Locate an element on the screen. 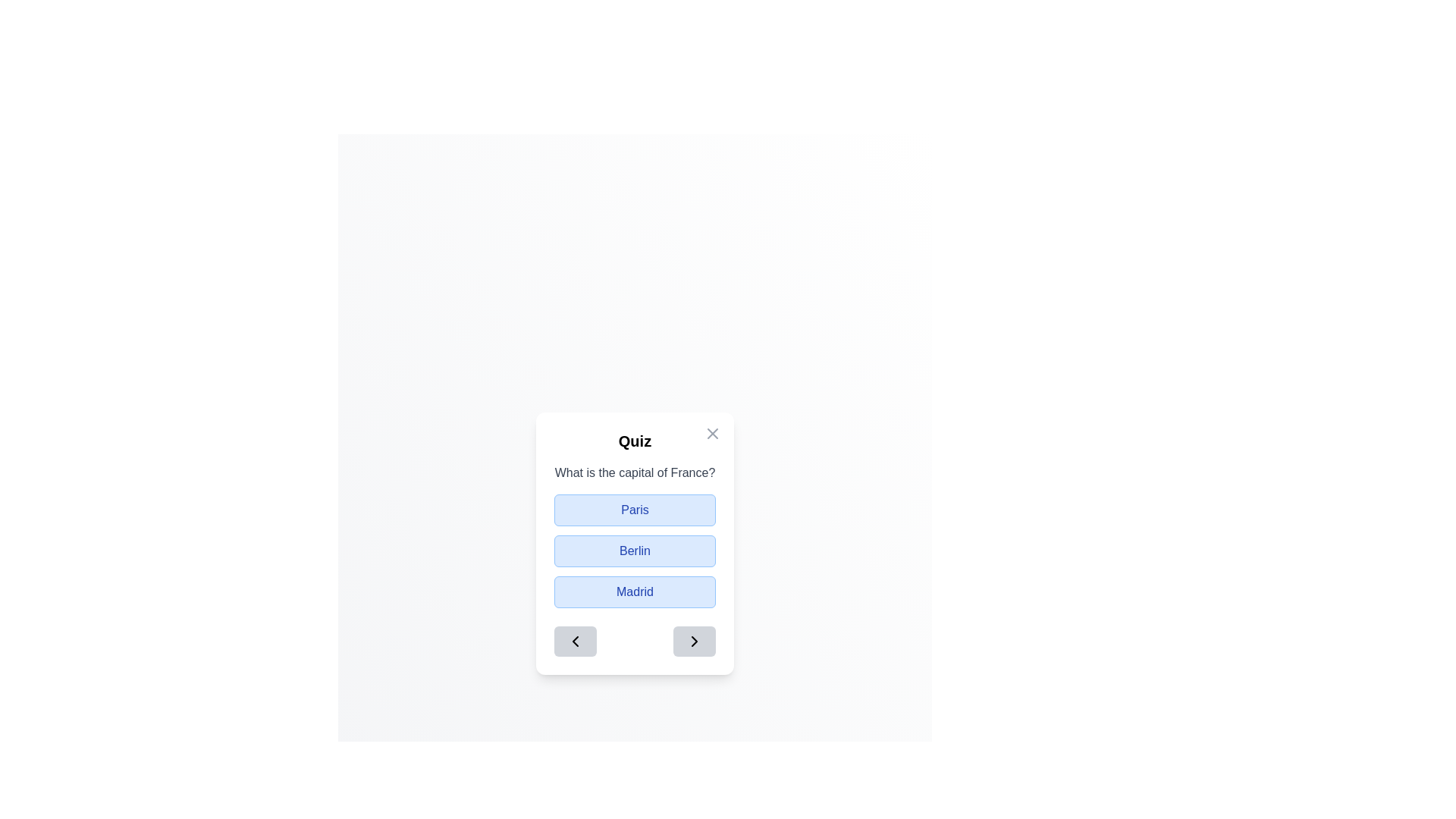 Image resolution: width=1456 pixels, height=819 pixels. the 'Madrid' button located at the bottom of the vertical list of three buttons in the quiz dialog is located at coordinates (635, 591).